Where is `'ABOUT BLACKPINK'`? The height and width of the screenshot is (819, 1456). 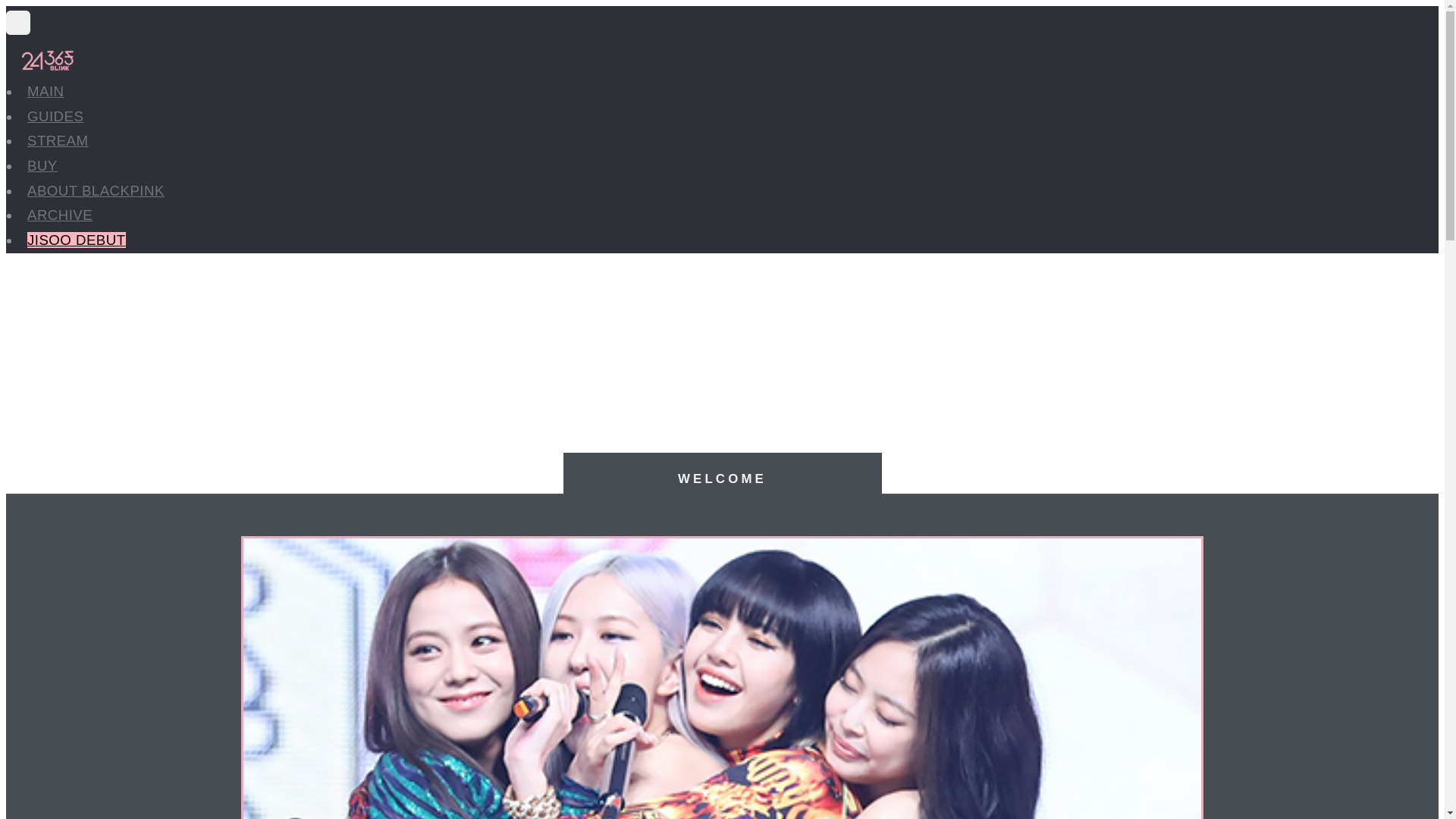 'ABOUT BLACKPINK' is located at coordinates (27, 190).